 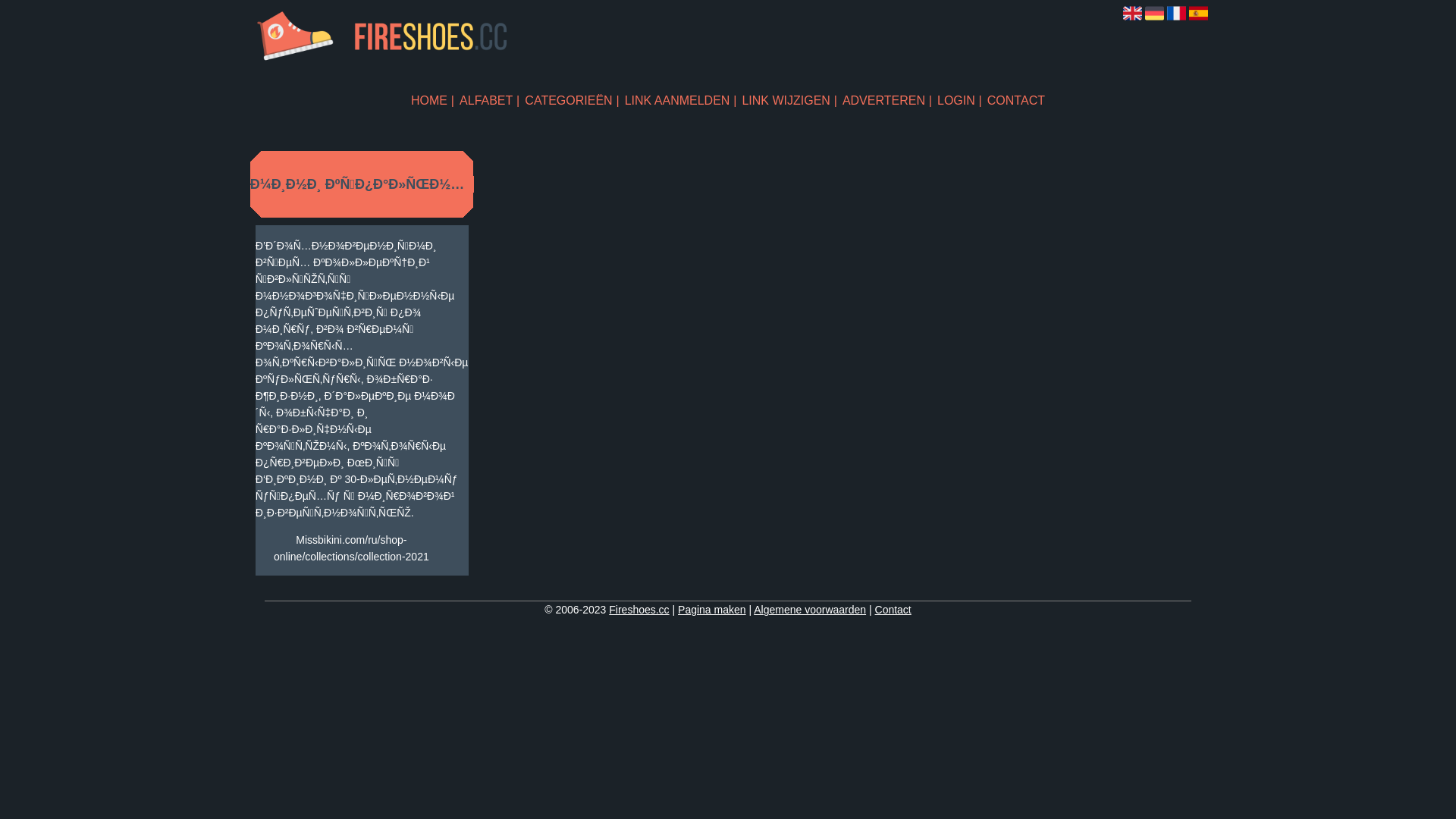 I want to click on 'LINK WIJZIGEN', so click(x=789, y=100).